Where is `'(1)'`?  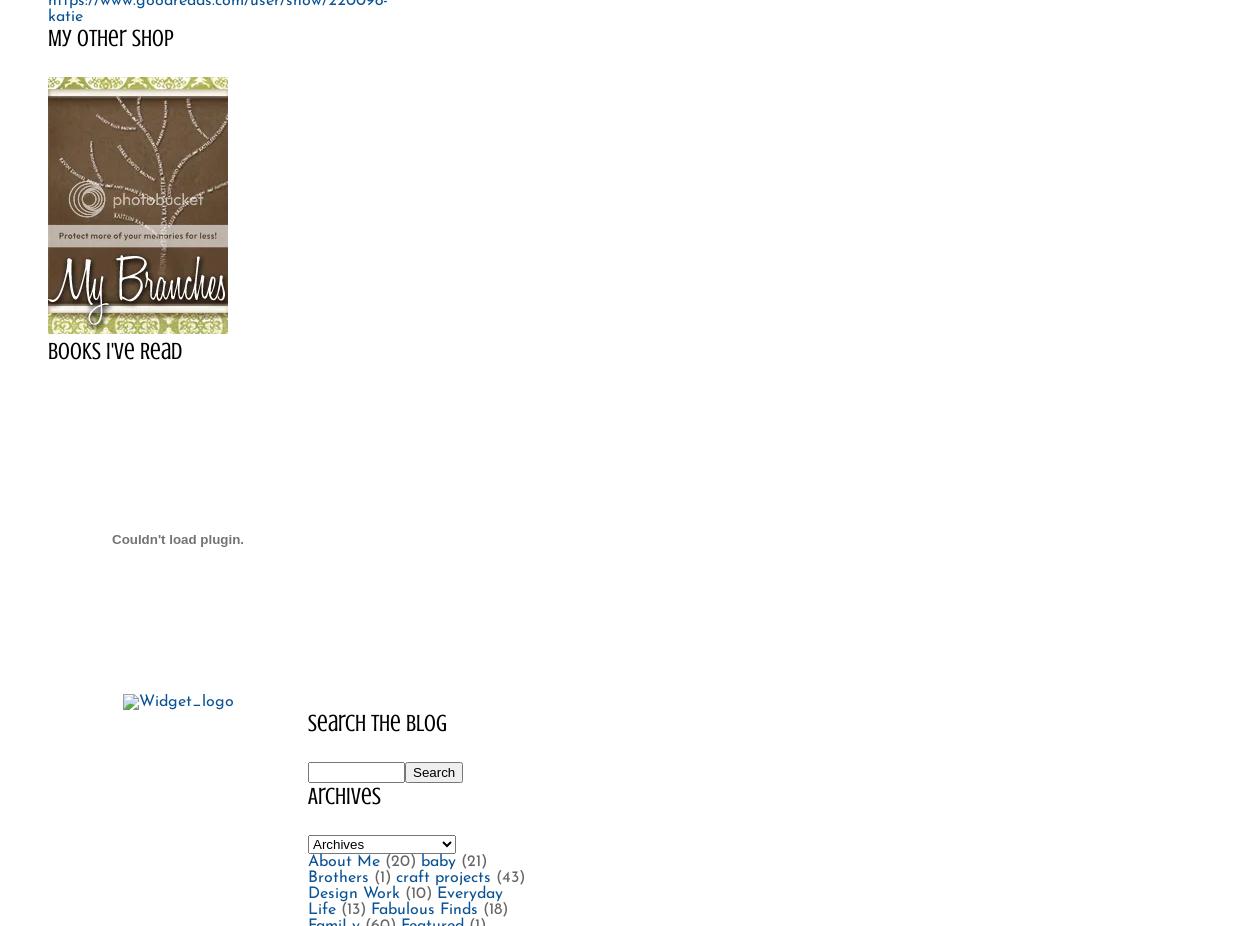
'(1)' is located at coordinates (381, 877).